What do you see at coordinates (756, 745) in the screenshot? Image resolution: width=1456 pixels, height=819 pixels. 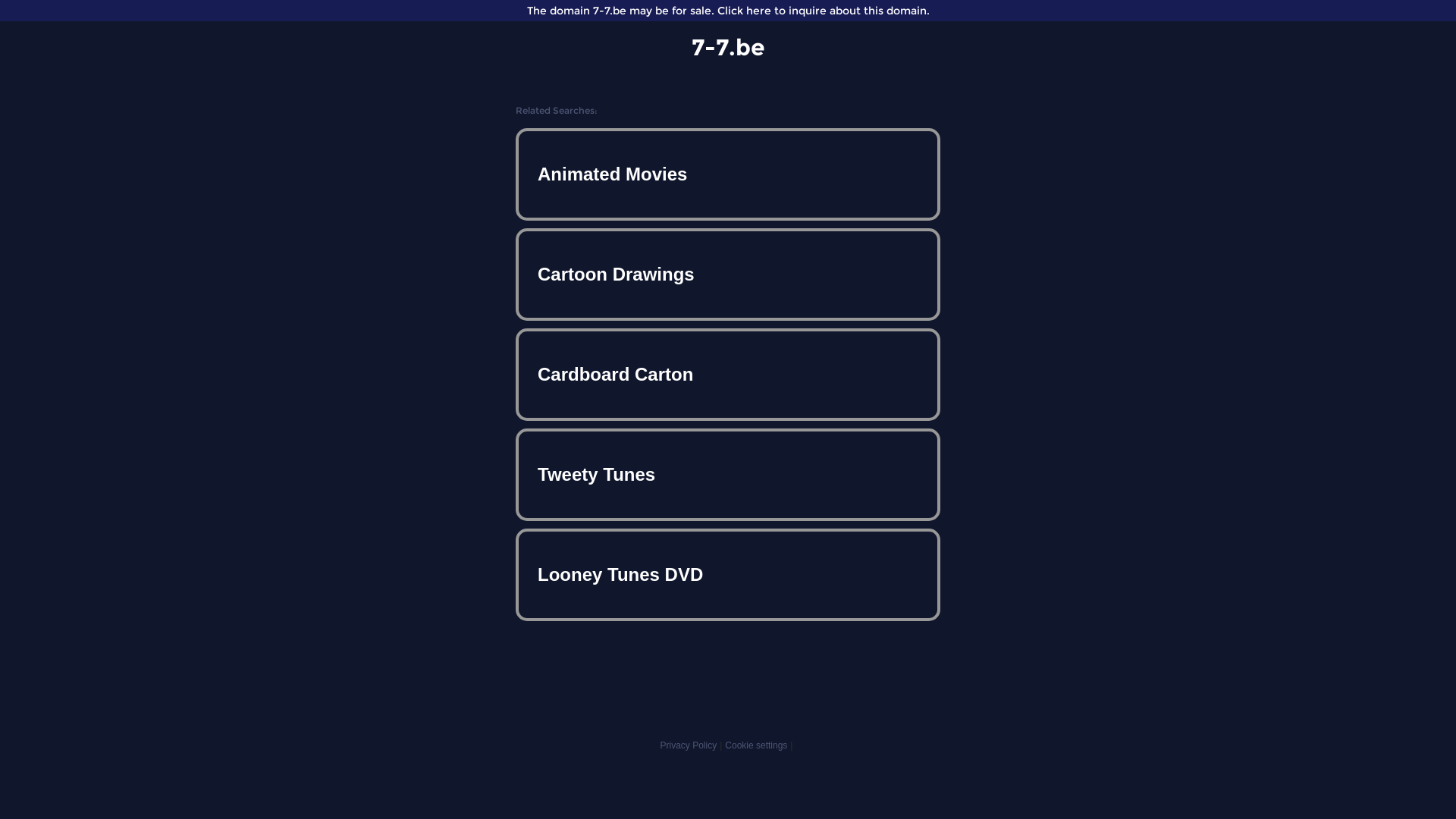 I see `'Cookie settings'` at bounding box center [756, 745].